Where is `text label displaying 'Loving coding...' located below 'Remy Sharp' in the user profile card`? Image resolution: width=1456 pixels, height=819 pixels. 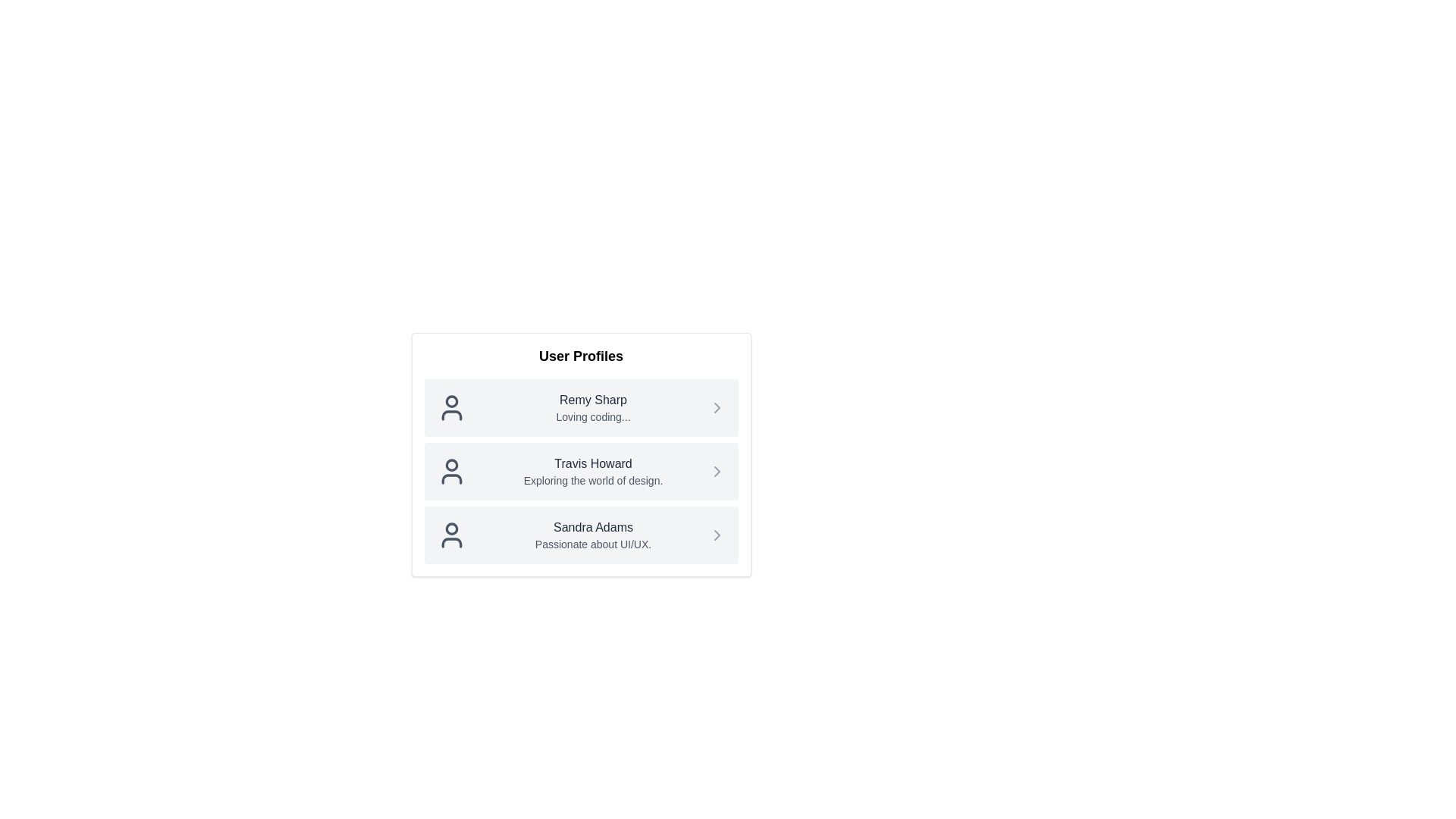 text label displaying 'Loving coding...' located below 'Remy Sharp' in the user profile card is located at coordinates (592, 417).